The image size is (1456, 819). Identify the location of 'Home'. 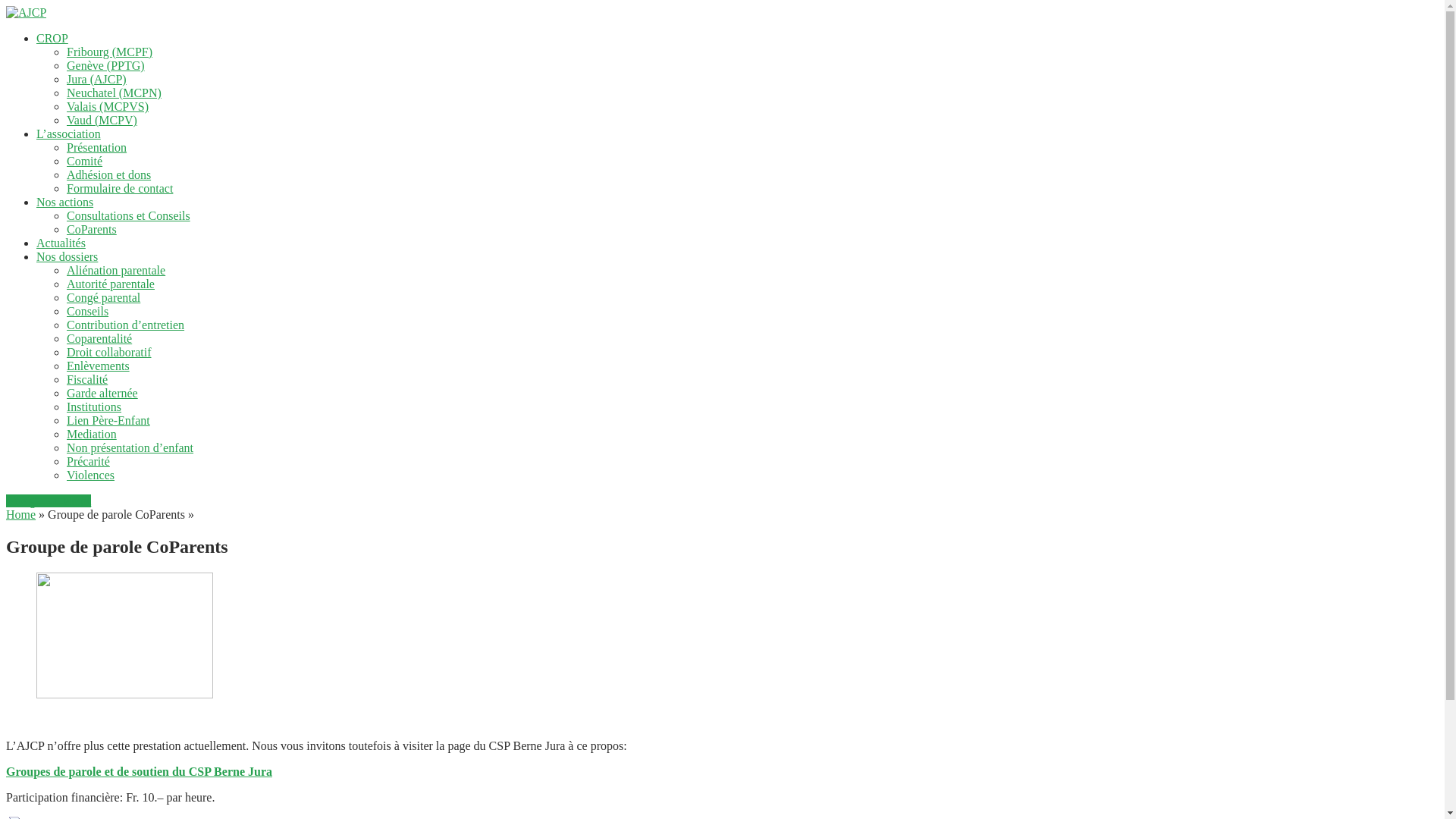
(20, 513).